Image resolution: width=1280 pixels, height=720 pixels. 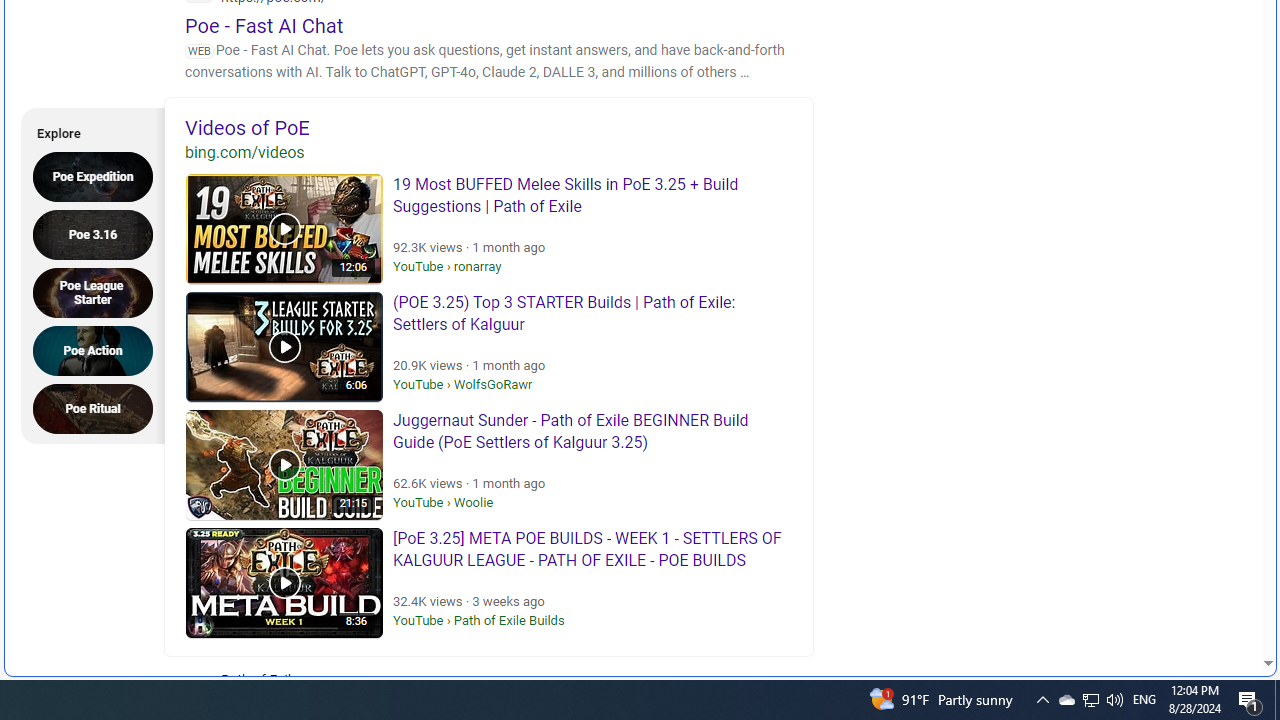 I want to click on 'Poe - Fast AI Chat', so click(x=263, y=25).